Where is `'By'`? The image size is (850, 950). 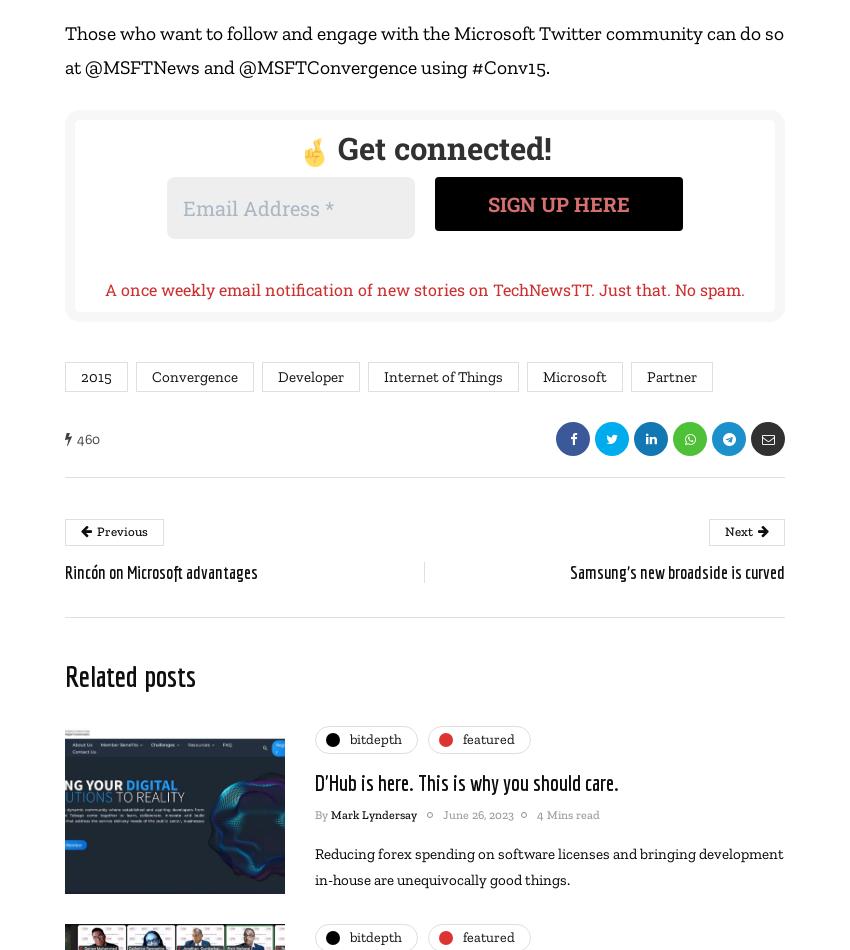 'By' is located at coordinates (323, 814).